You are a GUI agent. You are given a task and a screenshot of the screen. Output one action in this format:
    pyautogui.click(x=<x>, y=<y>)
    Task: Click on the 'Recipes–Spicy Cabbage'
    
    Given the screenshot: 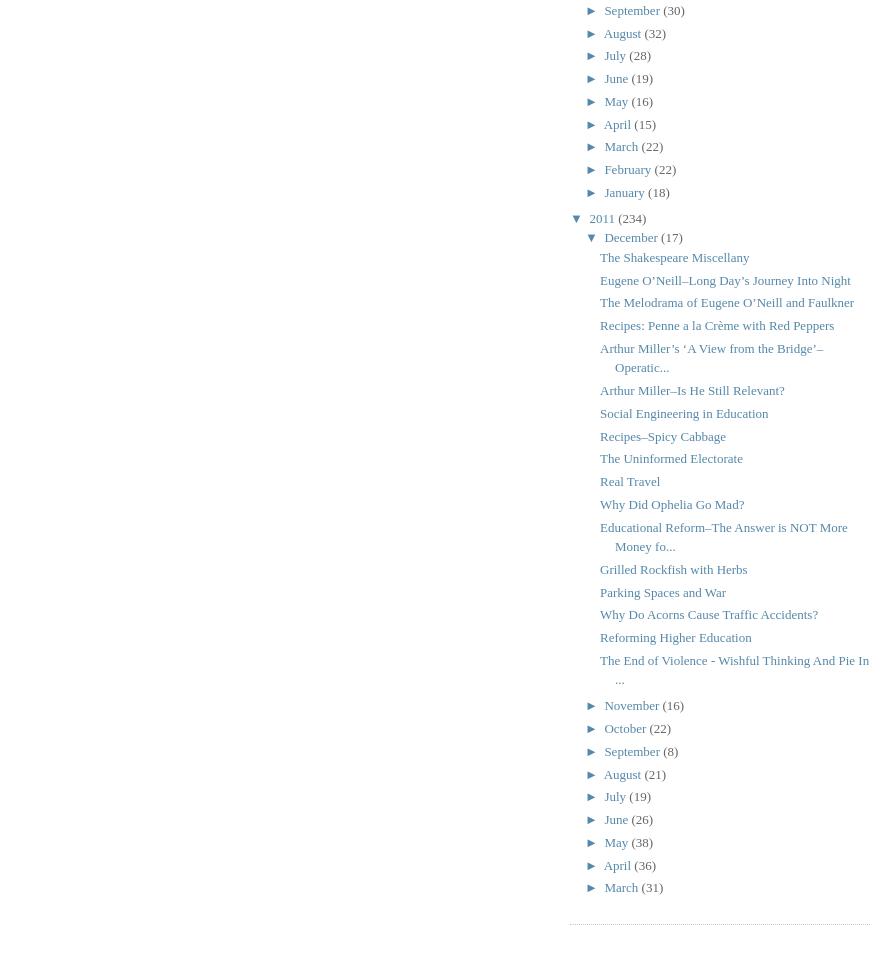 What is the action you would take?
    pyautogui.click(x=661, y=434)
    